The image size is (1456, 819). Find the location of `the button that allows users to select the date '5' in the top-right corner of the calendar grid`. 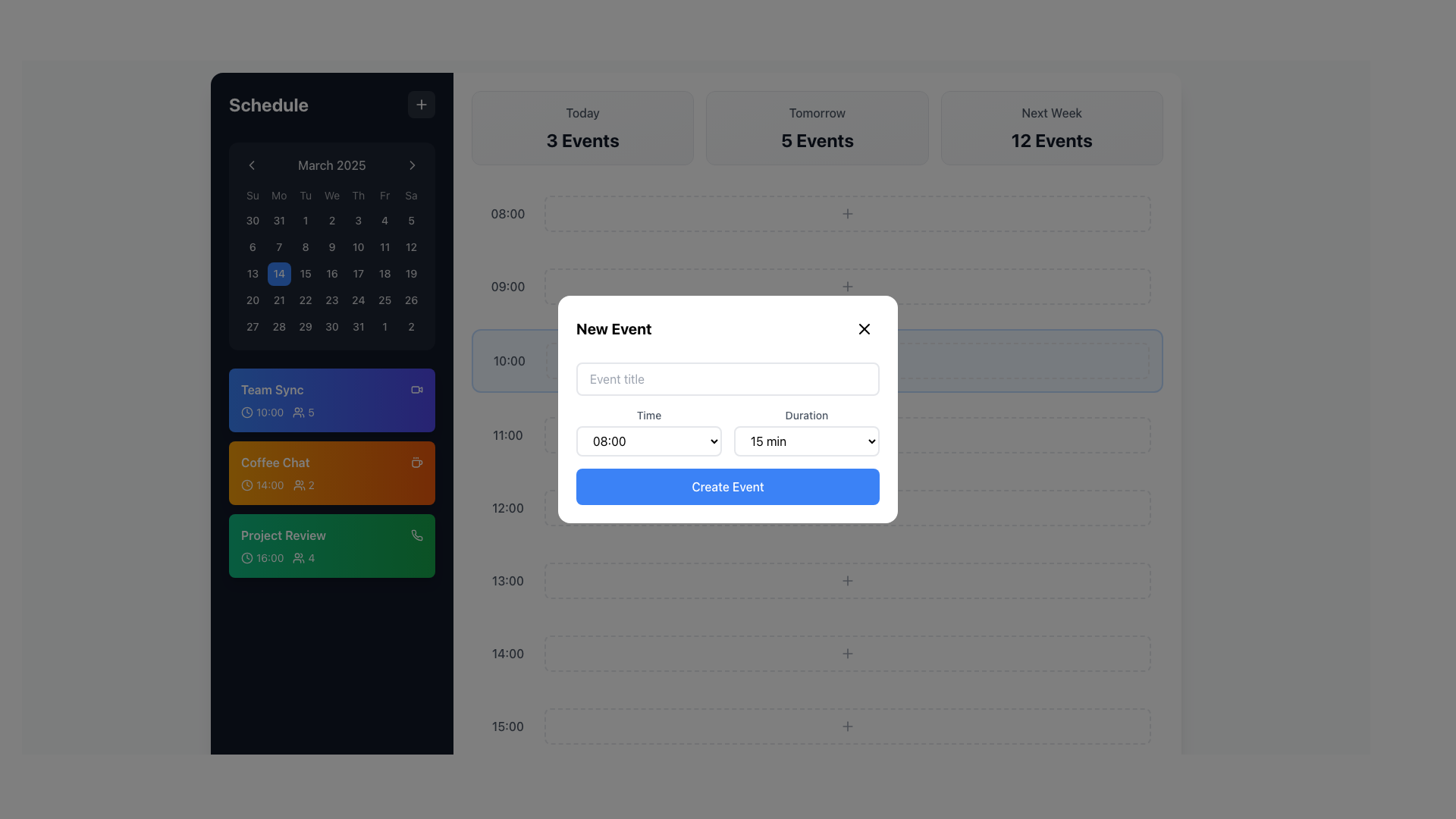

the button that allows users to select the date '5' in the top-right corner of the calendar grid is located at coordinates (411, 221).